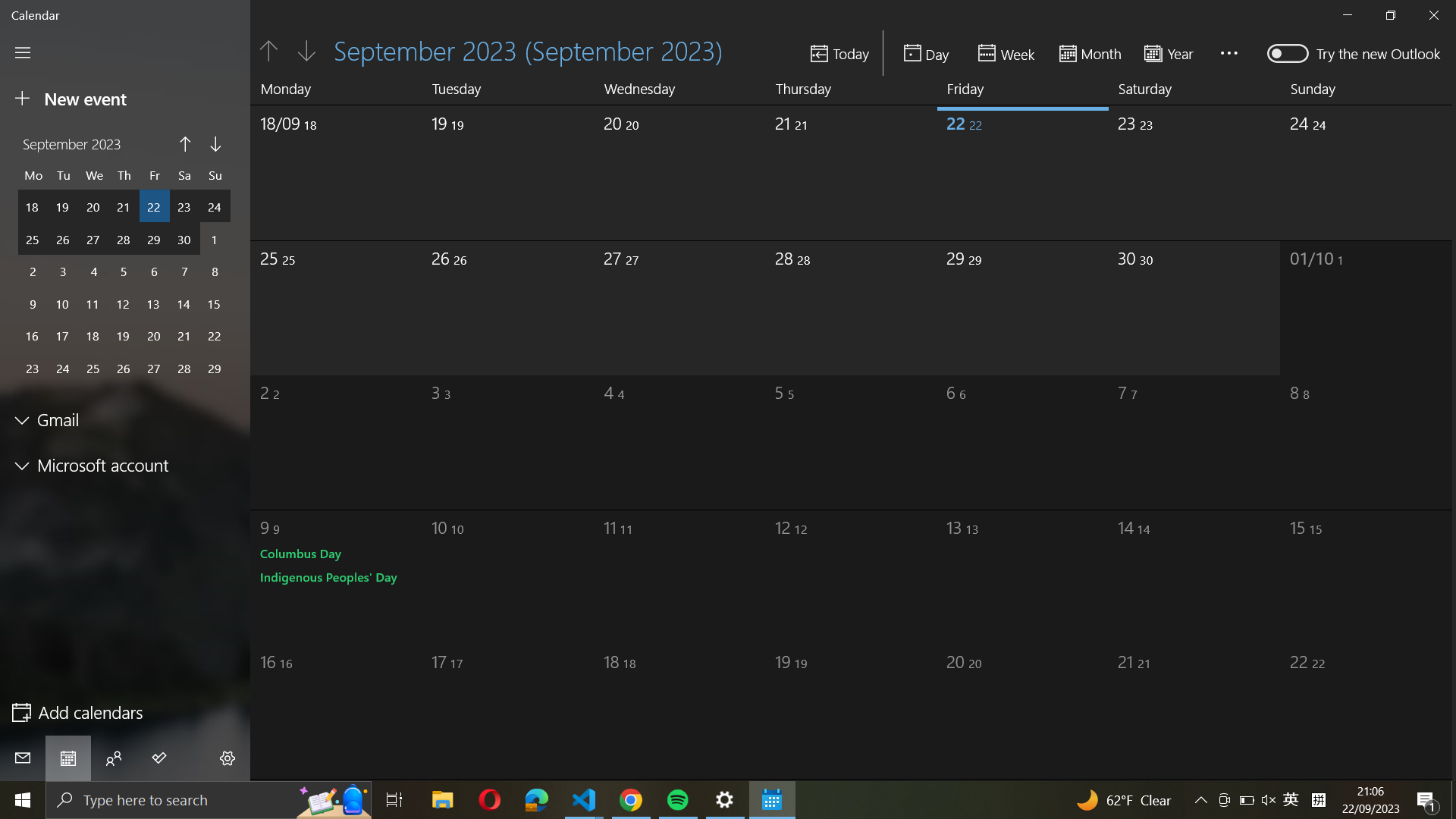 The width and height of the screenshot is (1456, 819). I want to click on Insert new activities in Columbus Day schedule, so click(301, 554).